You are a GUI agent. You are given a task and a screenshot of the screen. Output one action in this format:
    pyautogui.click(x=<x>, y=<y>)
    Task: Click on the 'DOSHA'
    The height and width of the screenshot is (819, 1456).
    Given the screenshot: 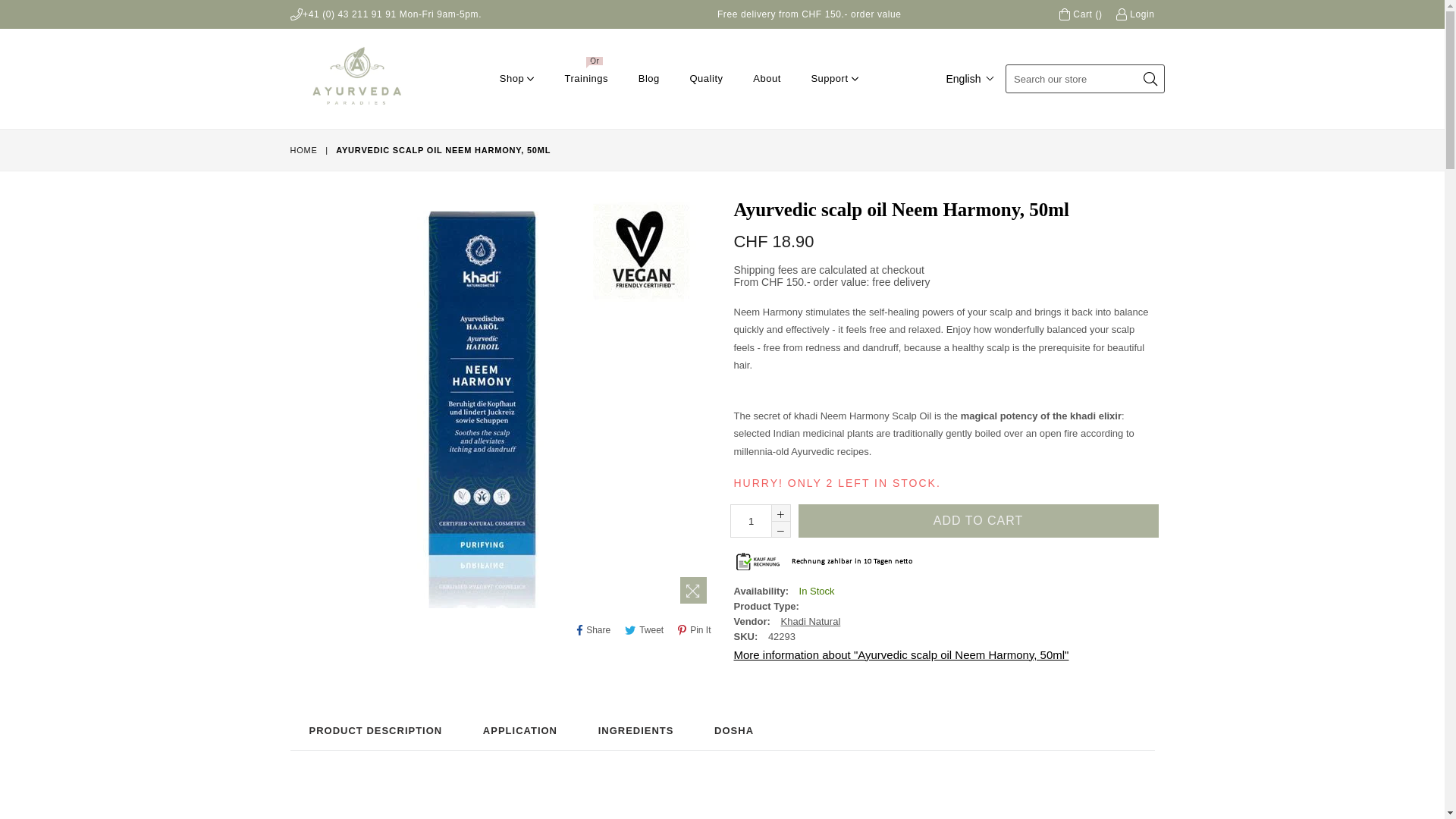 What is the action you would take?
    pyautogui.click(x=734, y=730)
    